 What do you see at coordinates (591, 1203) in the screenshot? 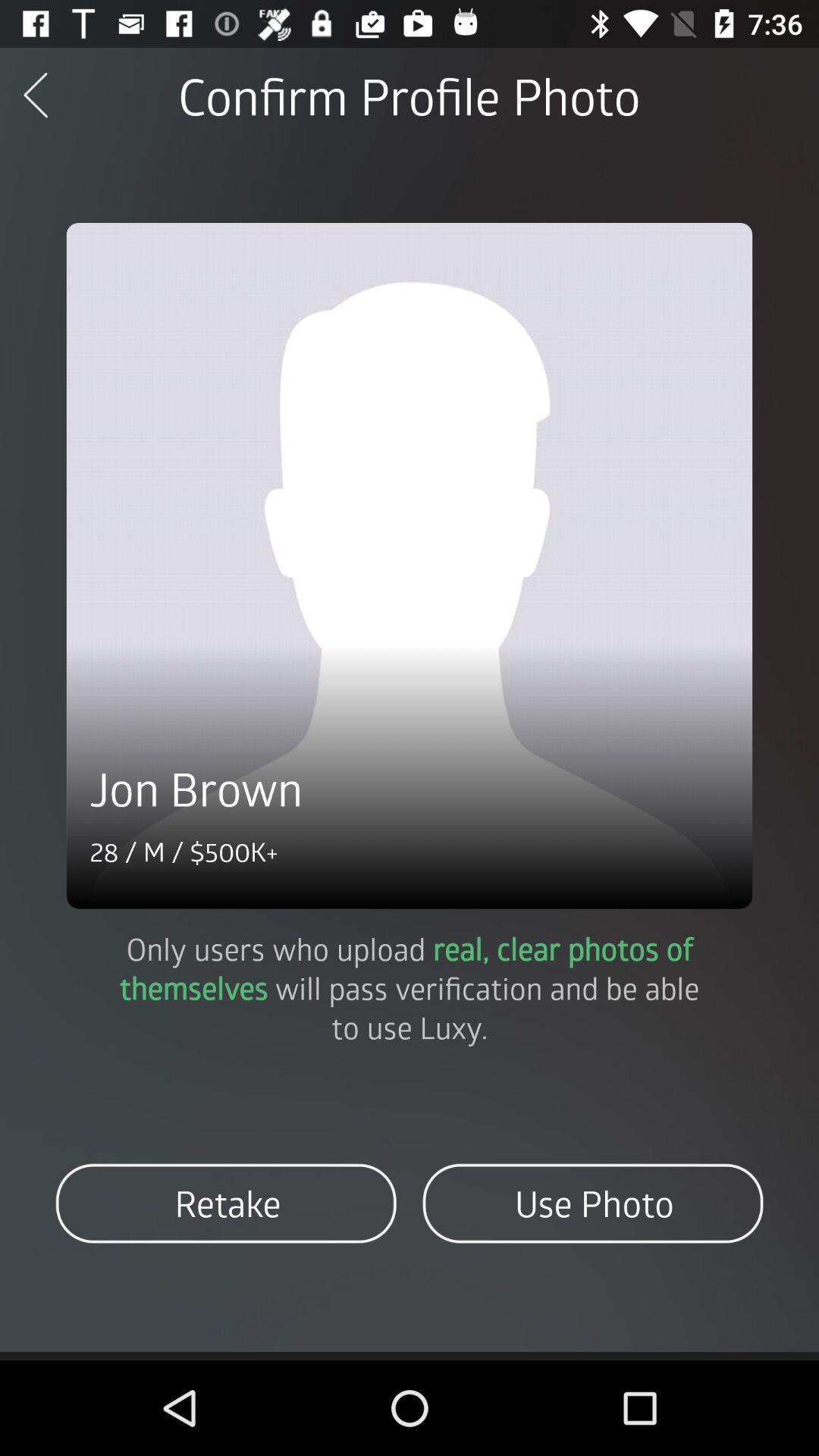
I see `the item next to the retake` at bounding box center [591, 1203].